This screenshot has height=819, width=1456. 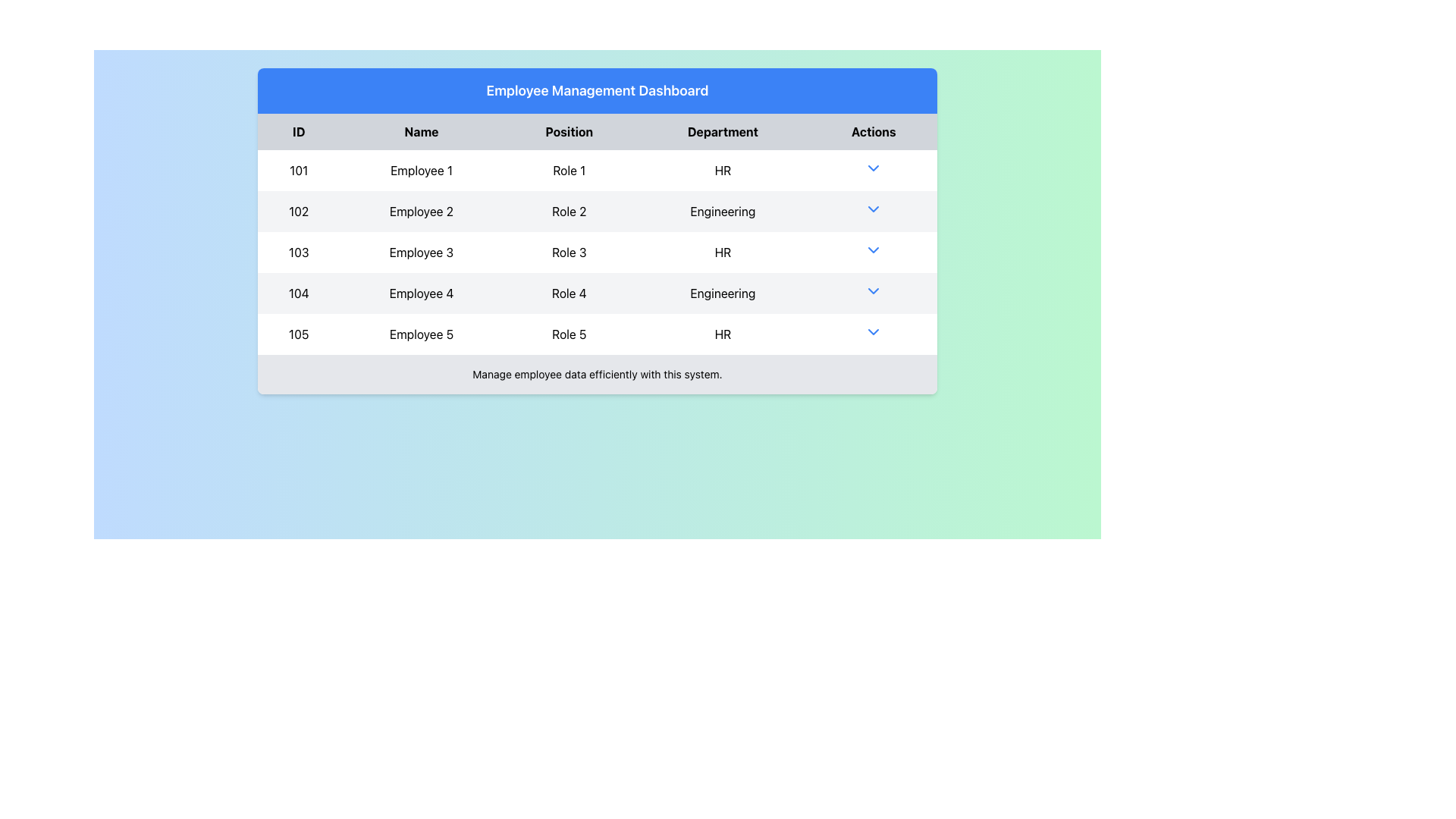 I want to click on the text label displaying 'Employee 2' located in the second row under the 'Name' column of the table, between the 'ID' column and the 'Role 2' in the 'Position' column, so click(x=422, y=211).